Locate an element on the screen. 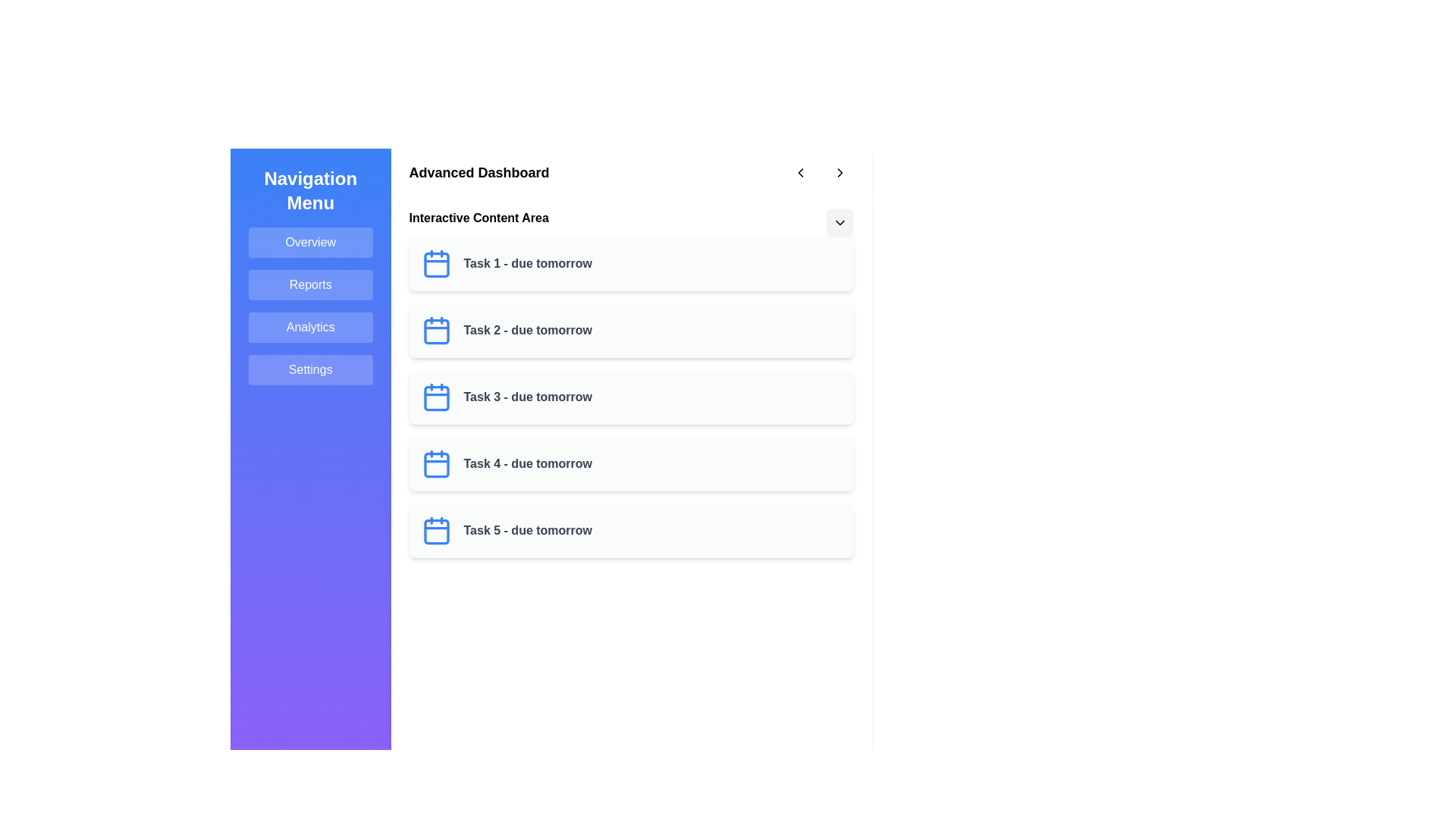 The image size is (1456, 819). the icon representing the task's timeframe in the first task card labeled 'Task 1 - due tomorrow', which is positioned on the leftmost side adjacent to the textual content is located at coordinates (435, 262).